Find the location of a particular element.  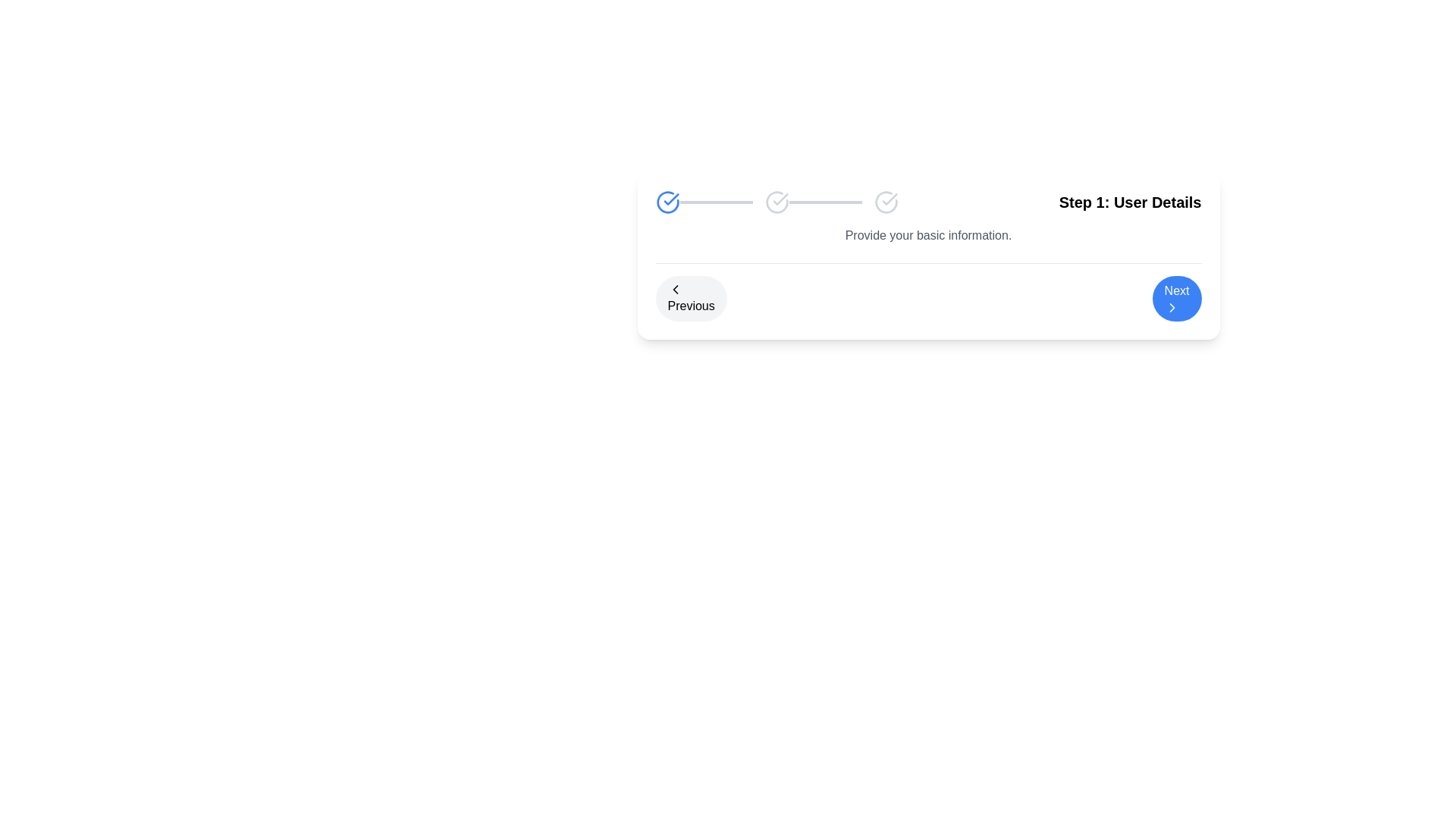

the progress tracker element labeled 'Step 1' is located at coordinates (927, 201).